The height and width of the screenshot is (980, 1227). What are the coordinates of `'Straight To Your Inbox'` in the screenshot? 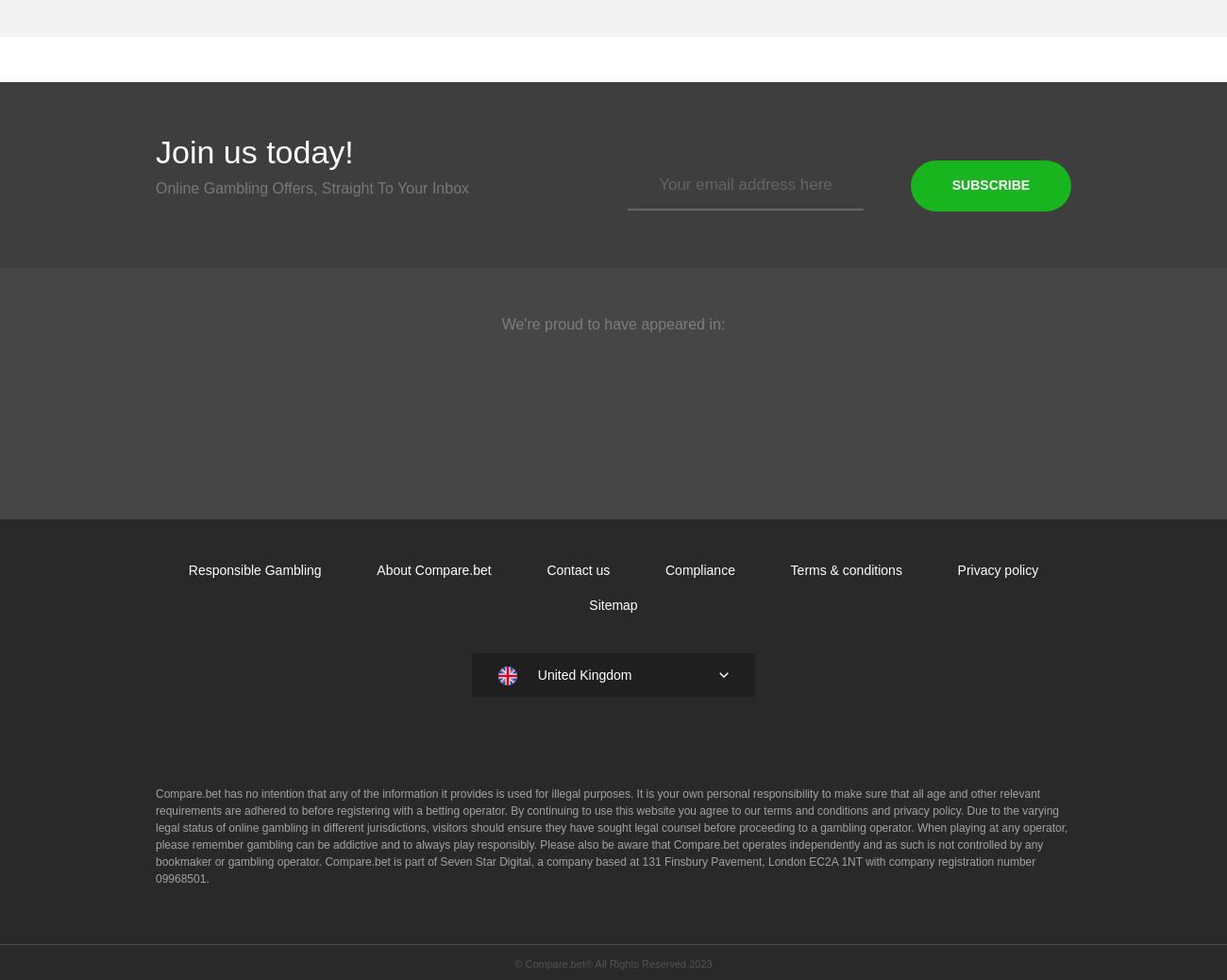 It's located at (395, 187).